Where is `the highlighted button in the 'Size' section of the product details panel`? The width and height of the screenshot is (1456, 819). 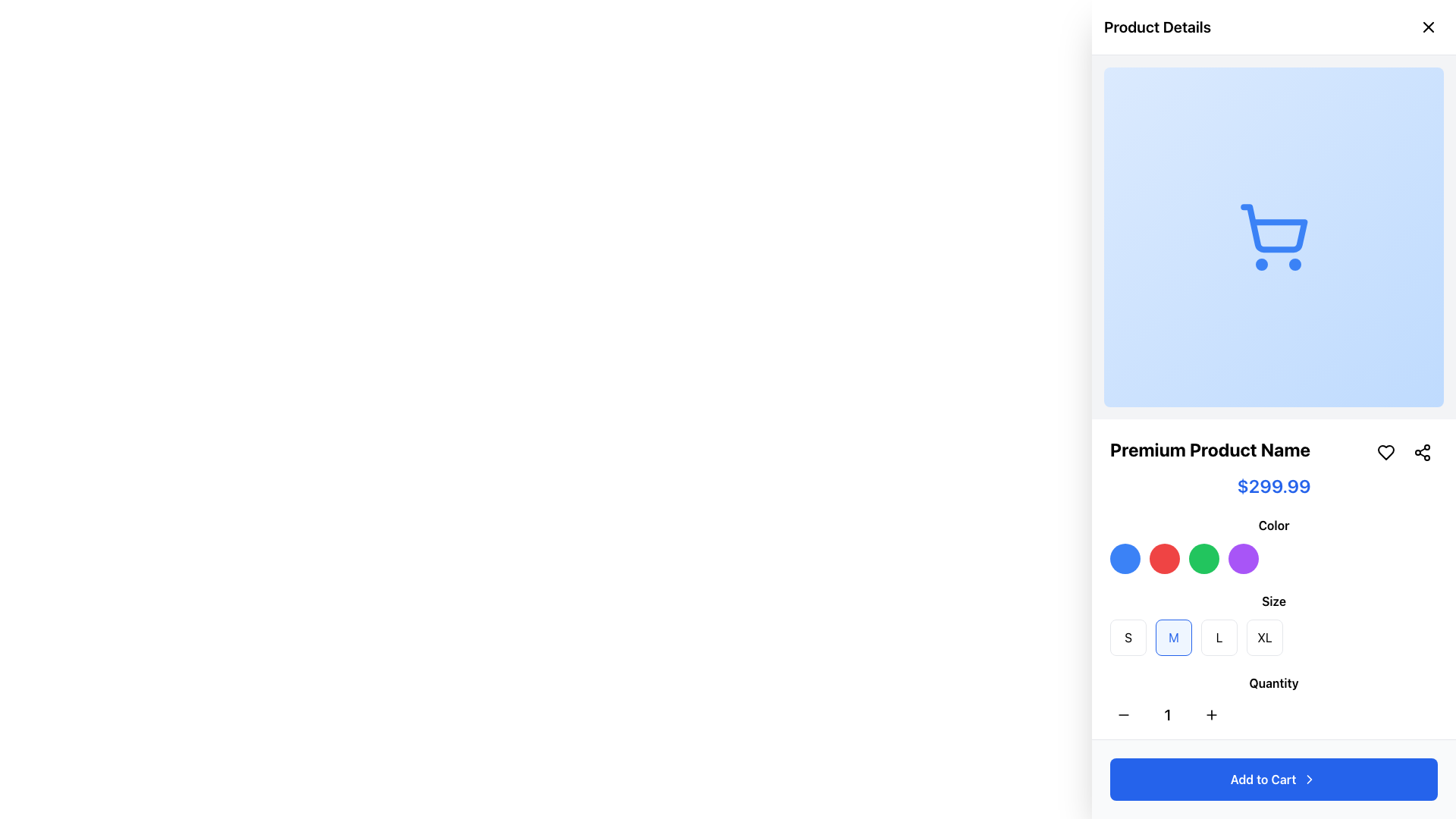 the highlighted button in the 'Size' section of the product details panel is located at coordinates (1274, 623).